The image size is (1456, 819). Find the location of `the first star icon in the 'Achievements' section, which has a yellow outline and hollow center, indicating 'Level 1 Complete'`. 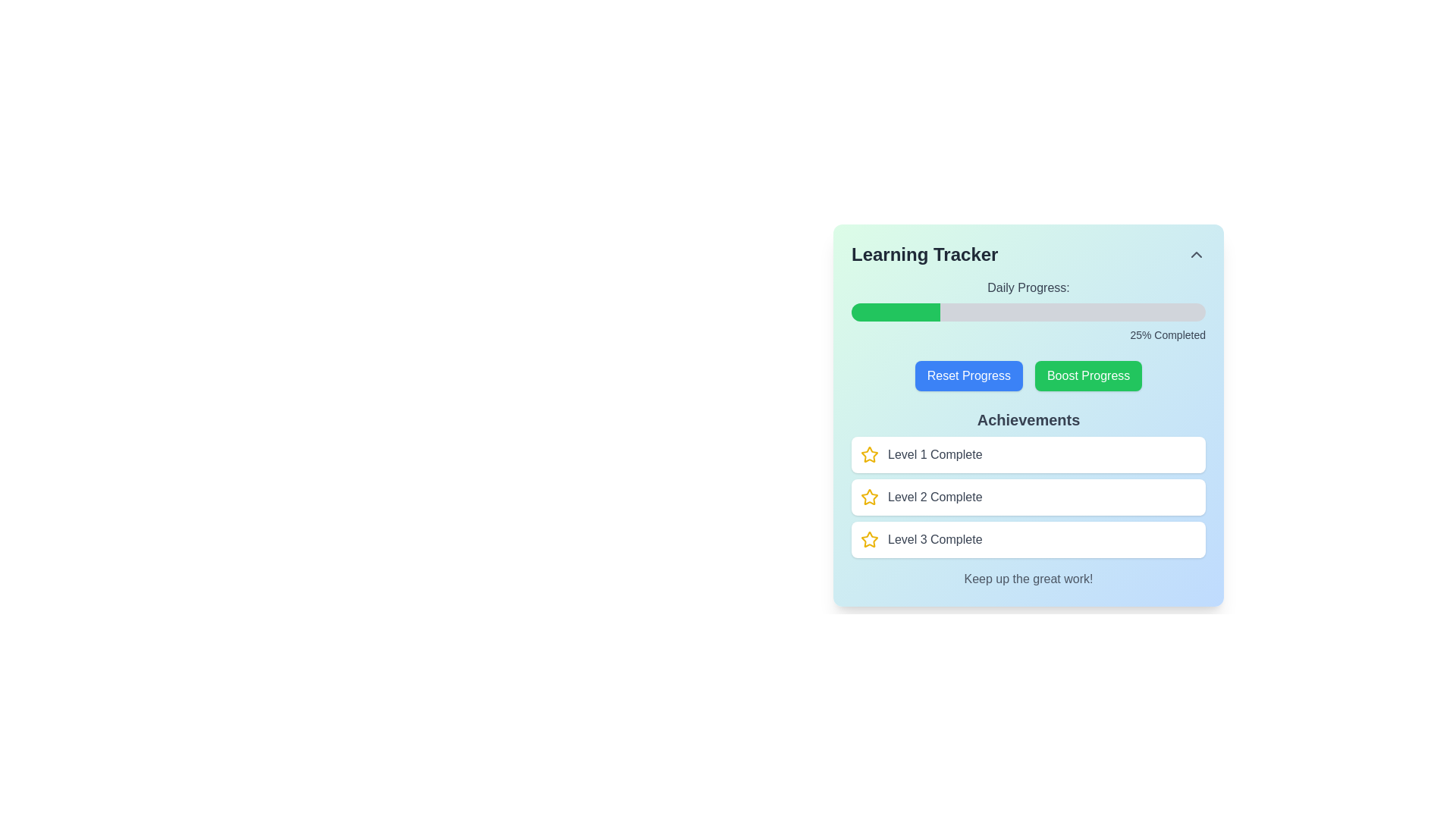

the first star icon in the 'Achievements' section, which has a yellow outline and hollow center, indicating 'Level 1 Complete' is located at coordinates (870, 497).